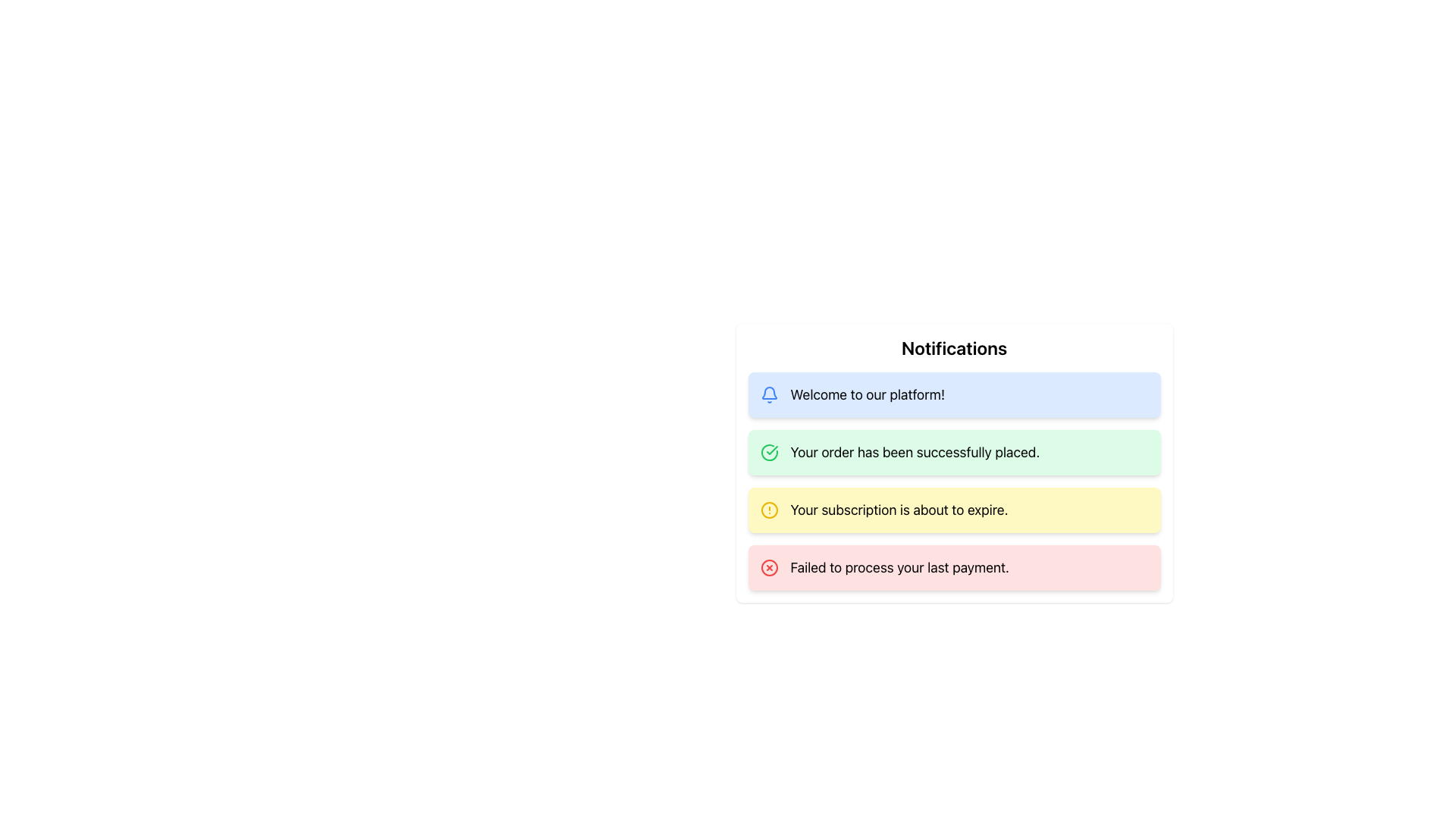 This screenshot has height=819, width=1456. What do you see at coordinates (953, 452) in the screenshot?
I see `the Informational Notification with a green background that contains the text 'Your order has been successfully placed.' and a checkmark icon on the left` at bounding box center [953, 452].